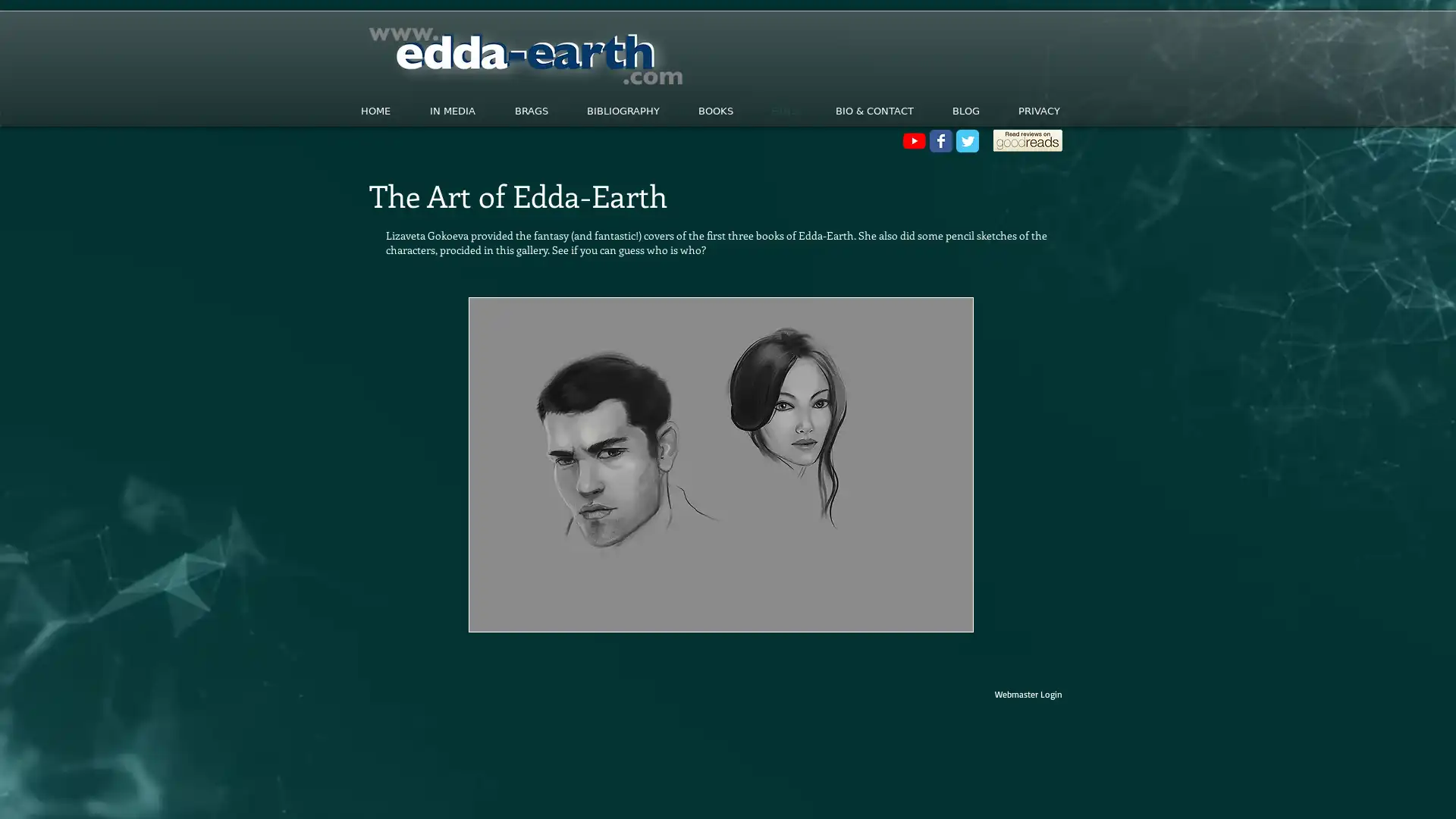  I want to click on play, so click(938, 618).